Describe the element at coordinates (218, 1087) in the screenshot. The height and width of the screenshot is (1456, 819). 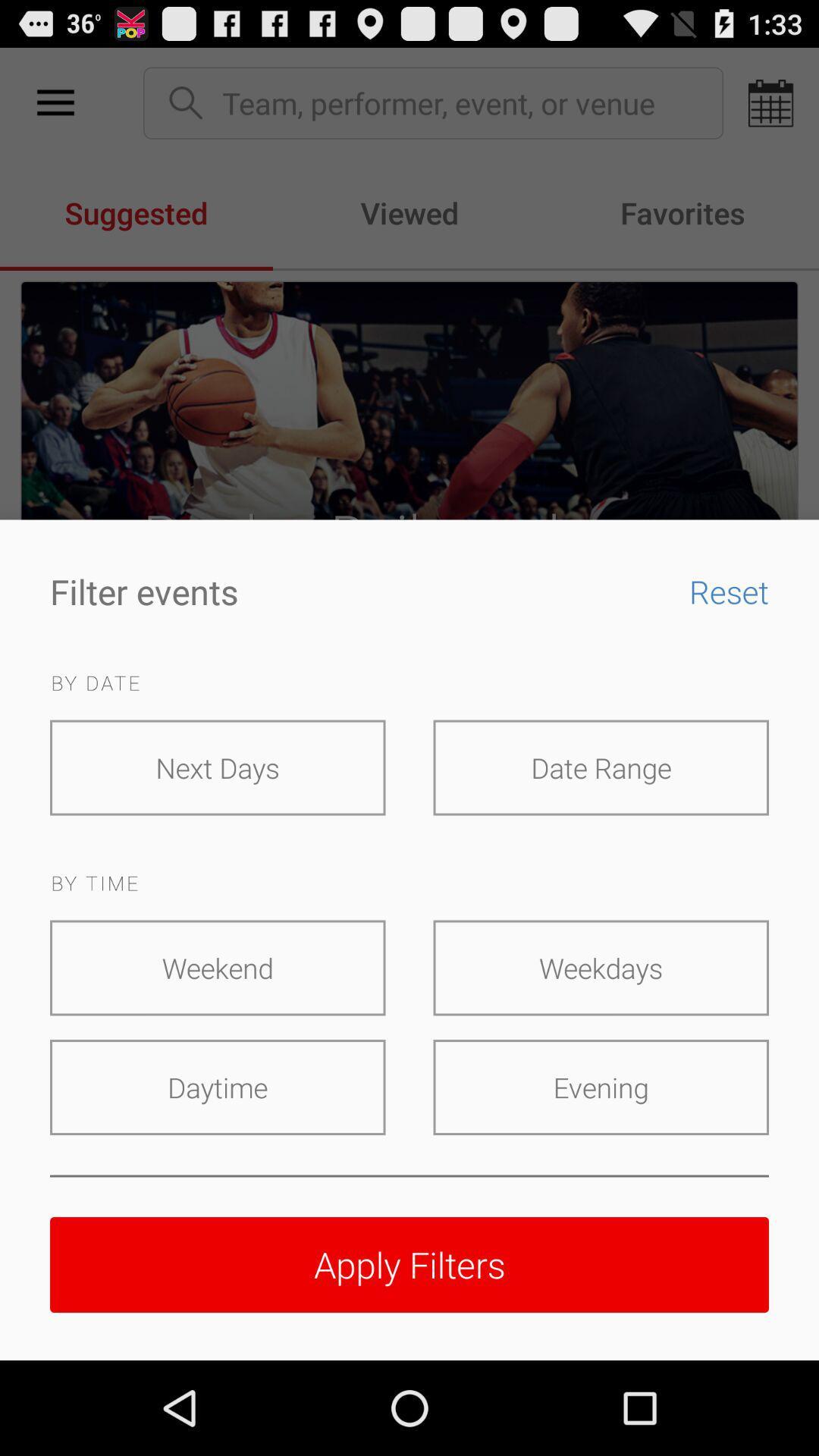
I see `the item next to evening` at that location.